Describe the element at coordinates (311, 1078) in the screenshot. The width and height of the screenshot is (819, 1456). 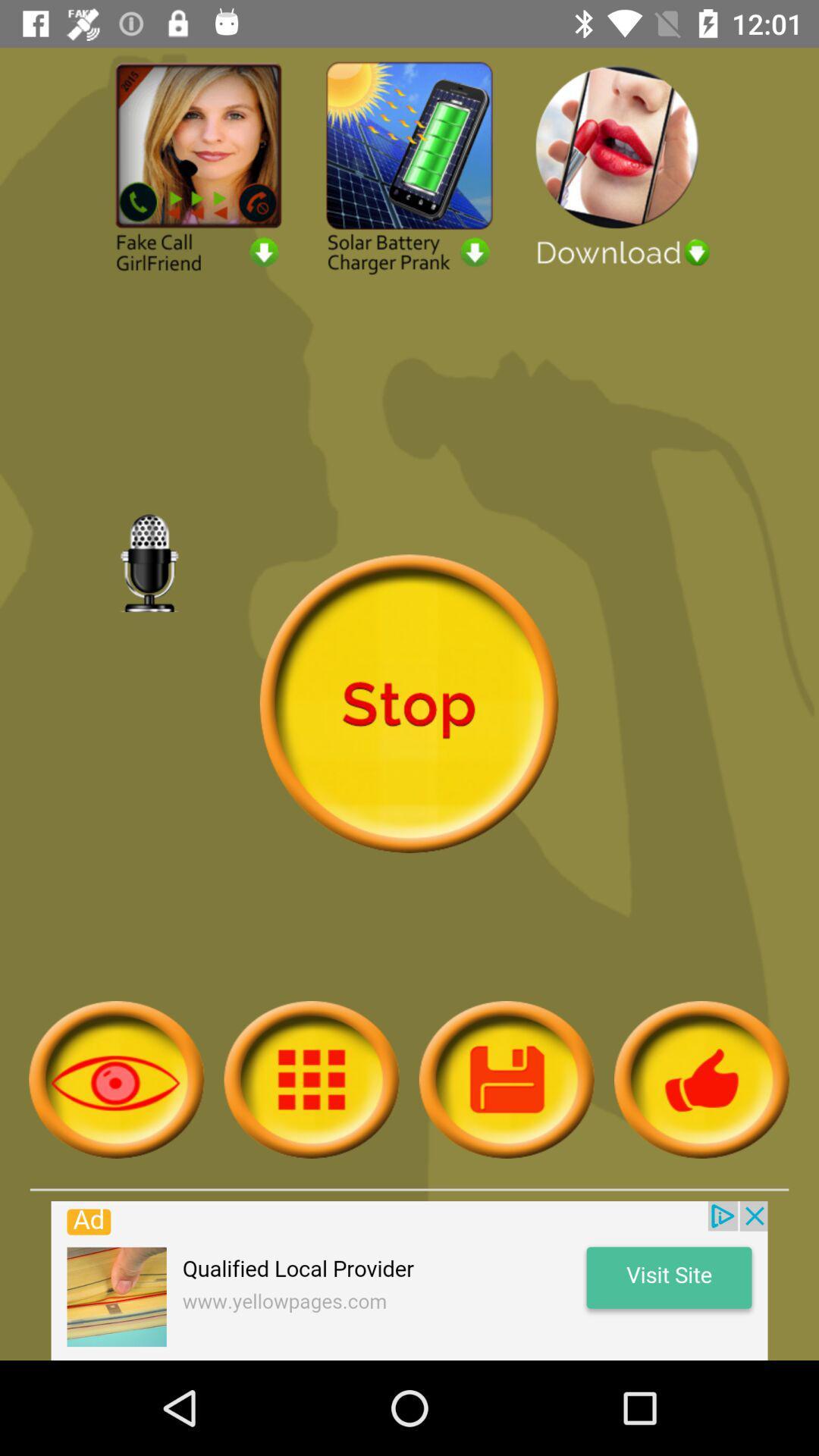
I see `more` at that location.